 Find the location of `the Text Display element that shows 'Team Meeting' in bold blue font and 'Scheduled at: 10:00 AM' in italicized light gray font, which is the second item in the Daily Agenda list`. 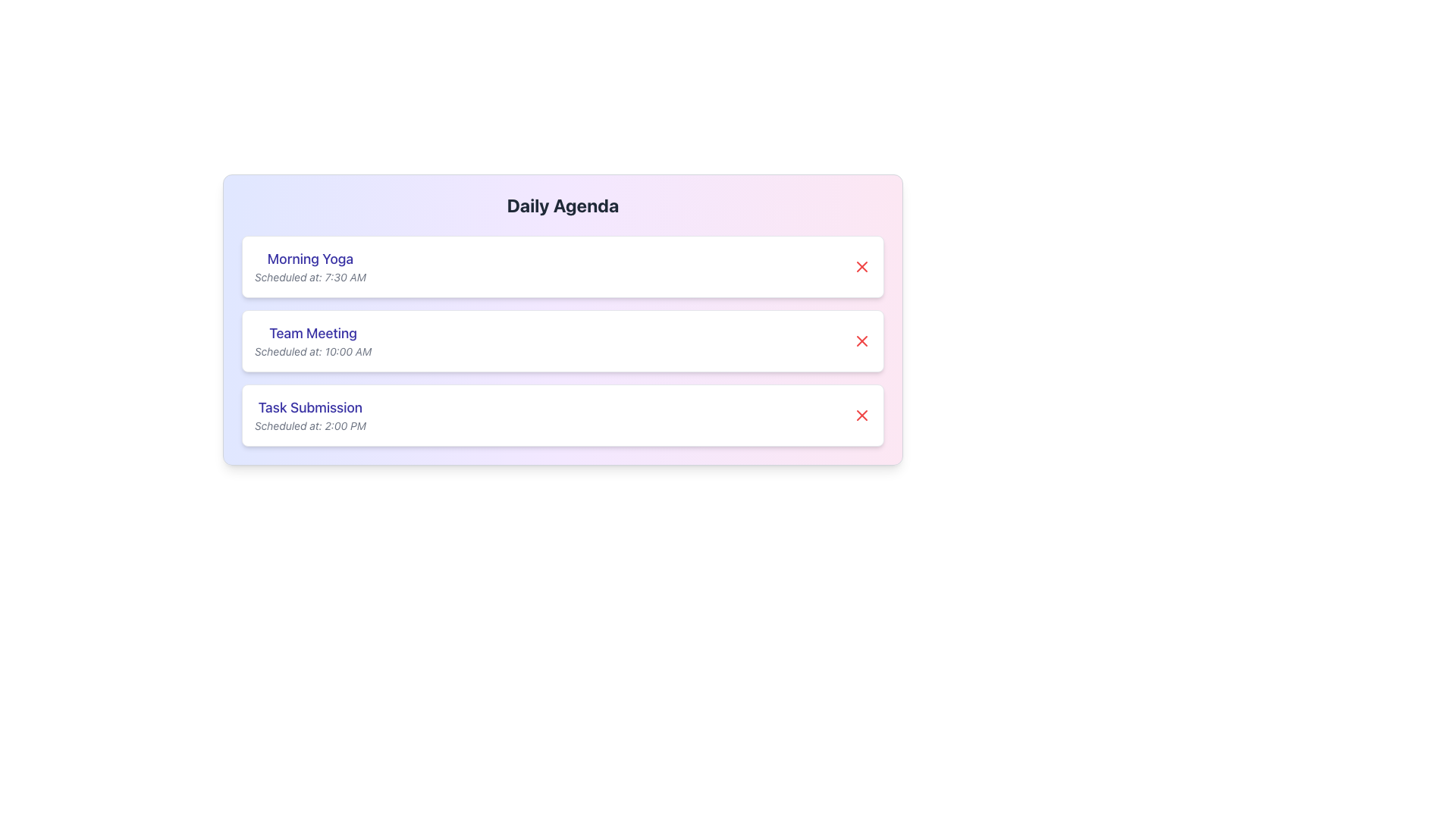

the Text Display element that shows 'Team Meeting' in bold blue font and 'Scheduled at: 10:00 AM' in italicized light gray font, which is the second item in the Daily Agenda list is located at coordinates (312, 341).